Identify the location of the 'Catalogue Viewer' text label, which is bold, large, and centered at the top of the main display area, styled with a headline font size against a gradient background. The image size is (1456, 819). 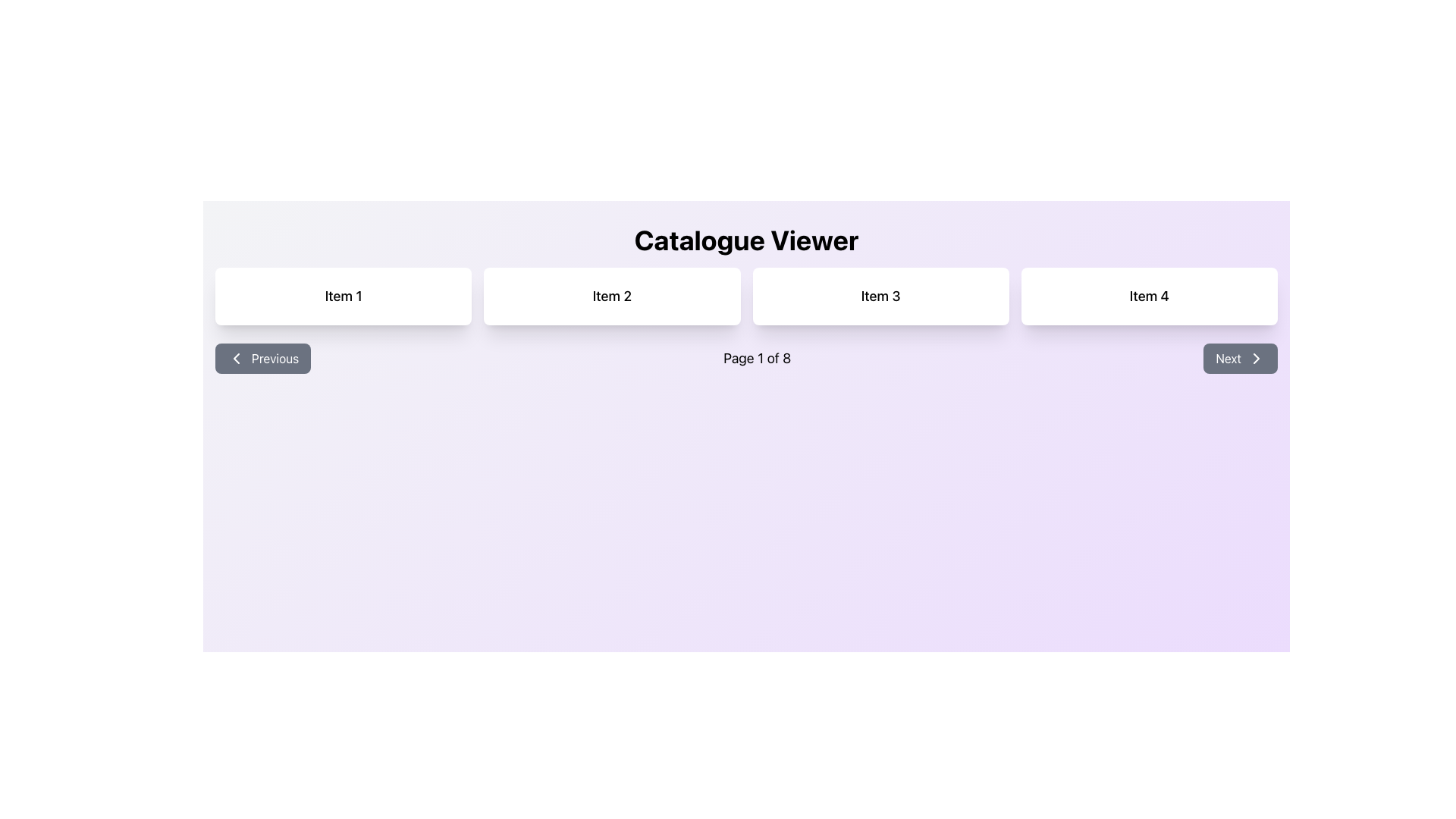
(746, 239).